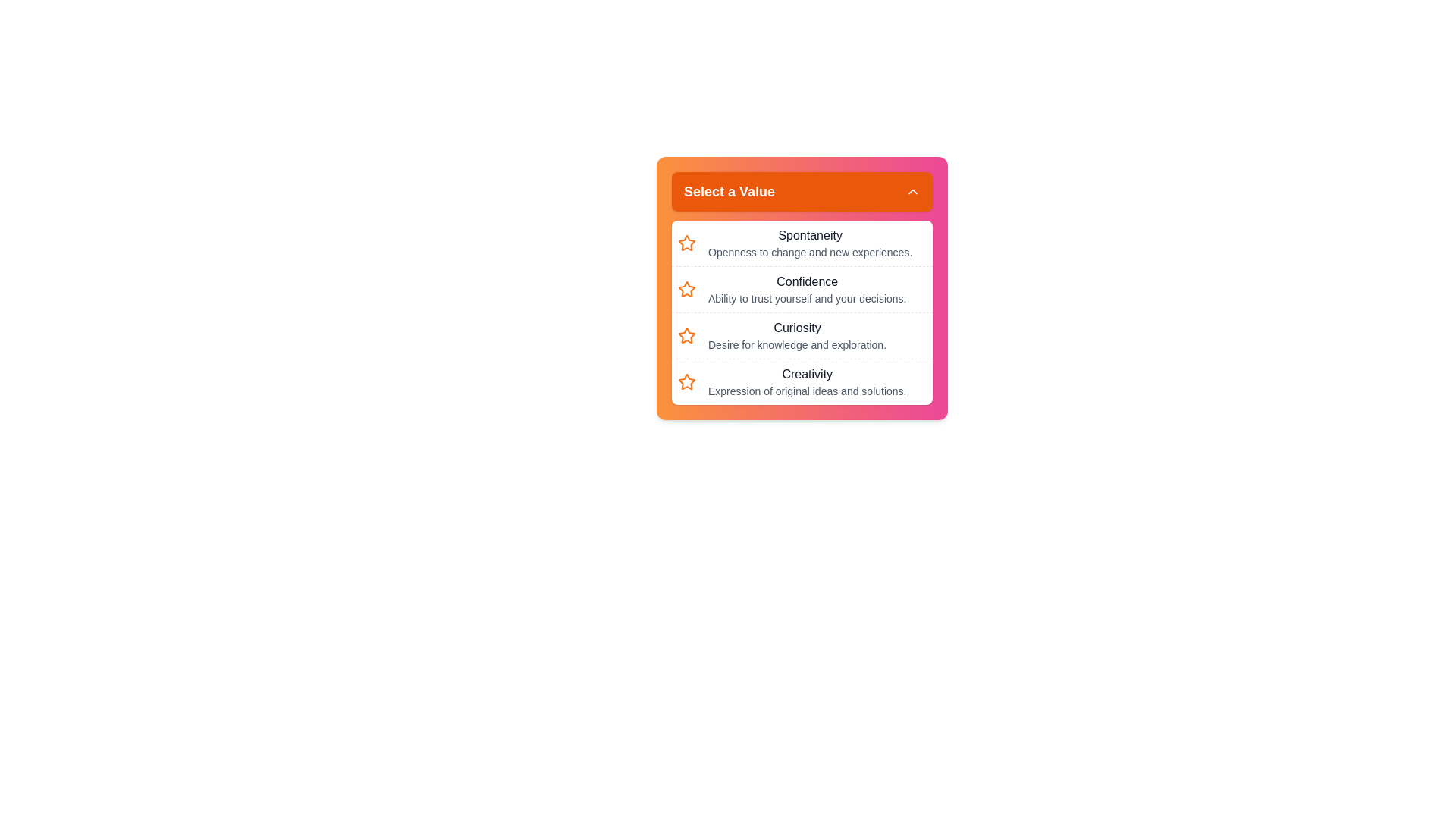 The image size is (1456, 819). I want to click on the static text label located below the bold text 'Curiosity' in the third list item of the dropdown menu titled 'Select a Value', so click(796, 345).